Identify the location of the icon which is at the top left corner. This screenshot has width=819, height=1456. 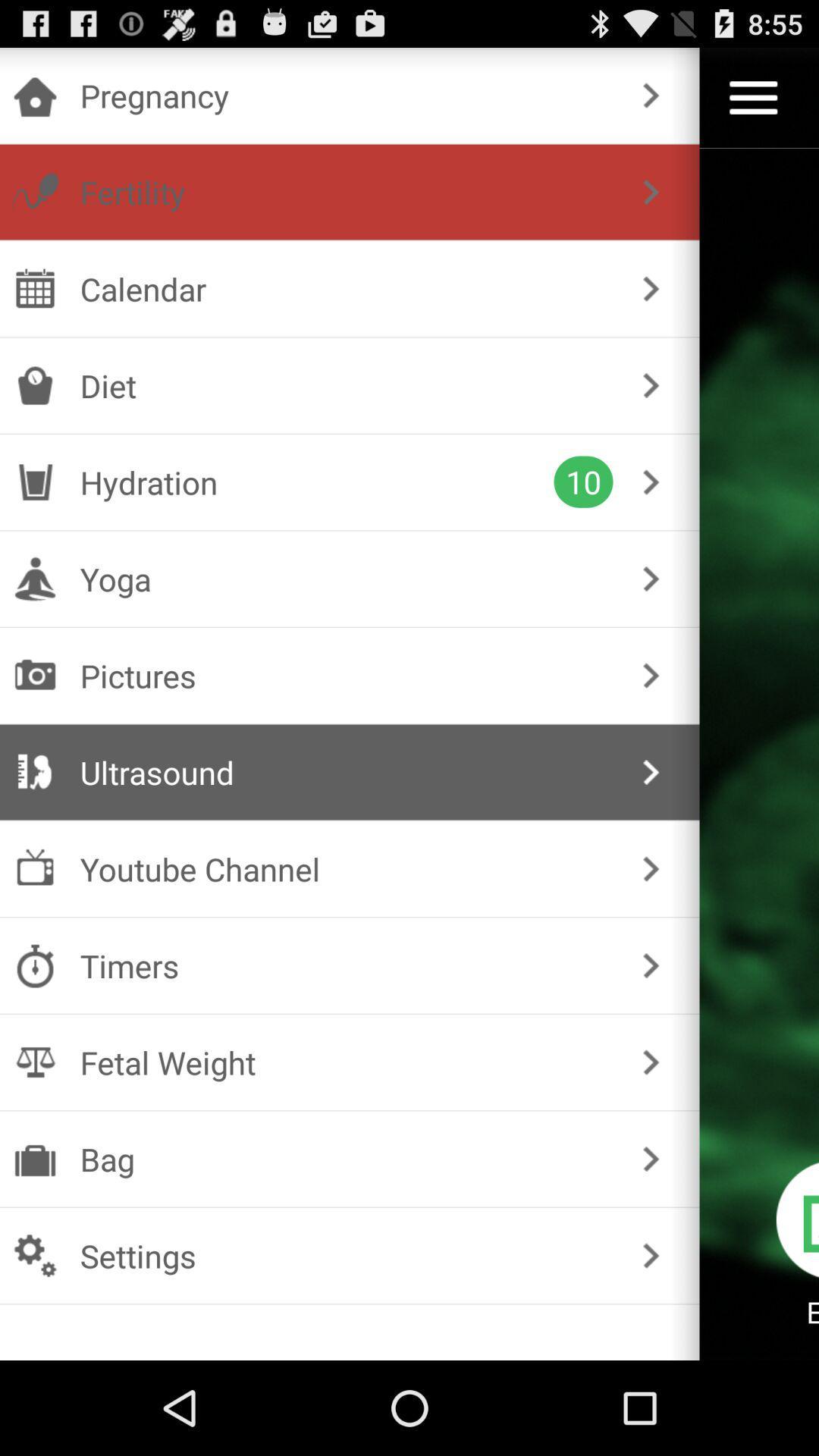
(34, 94).